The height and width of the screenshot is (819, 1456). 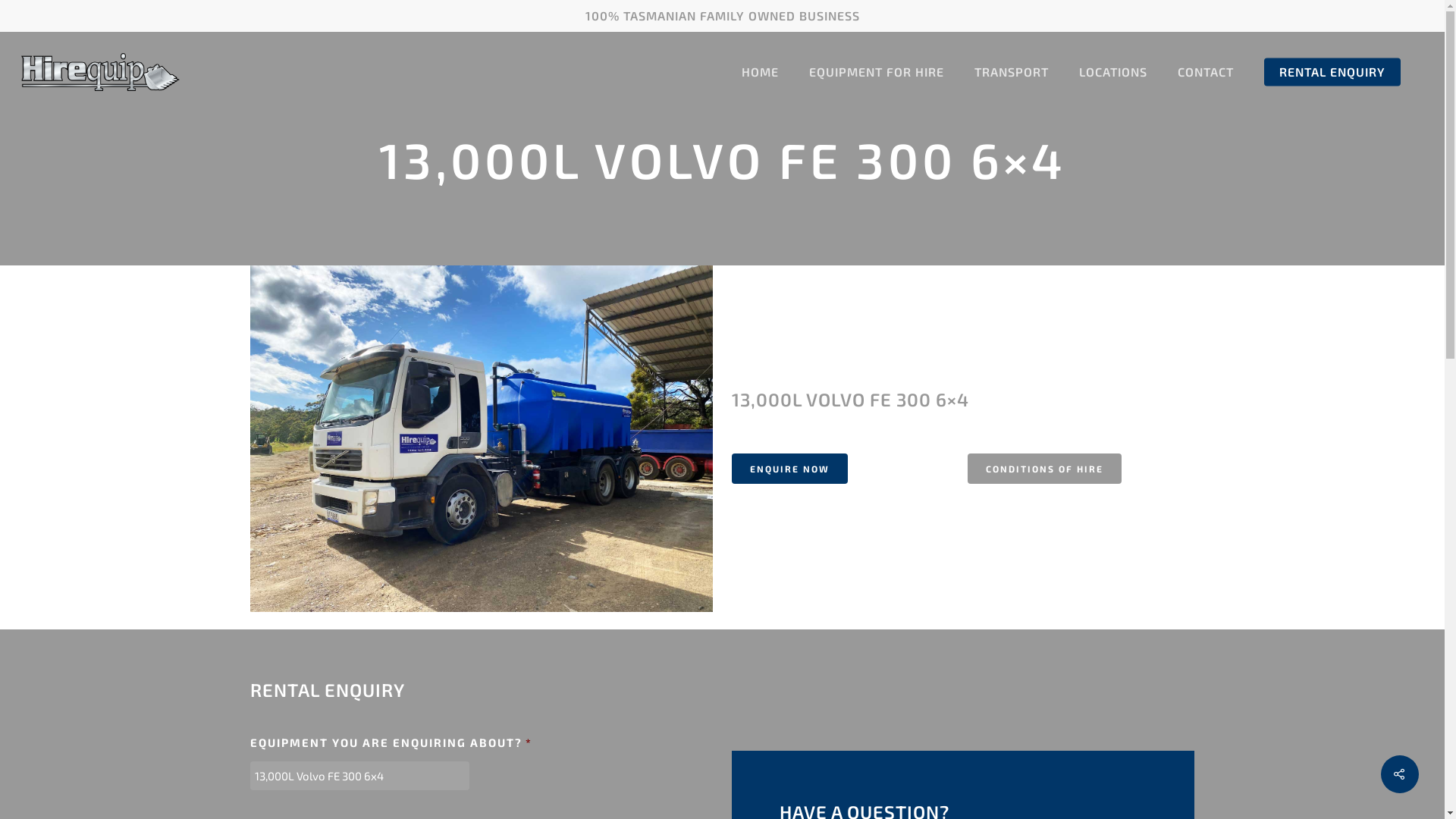 I want to click on 'EQUIPMENT FOR HIRE', so click(x=877, y=72).